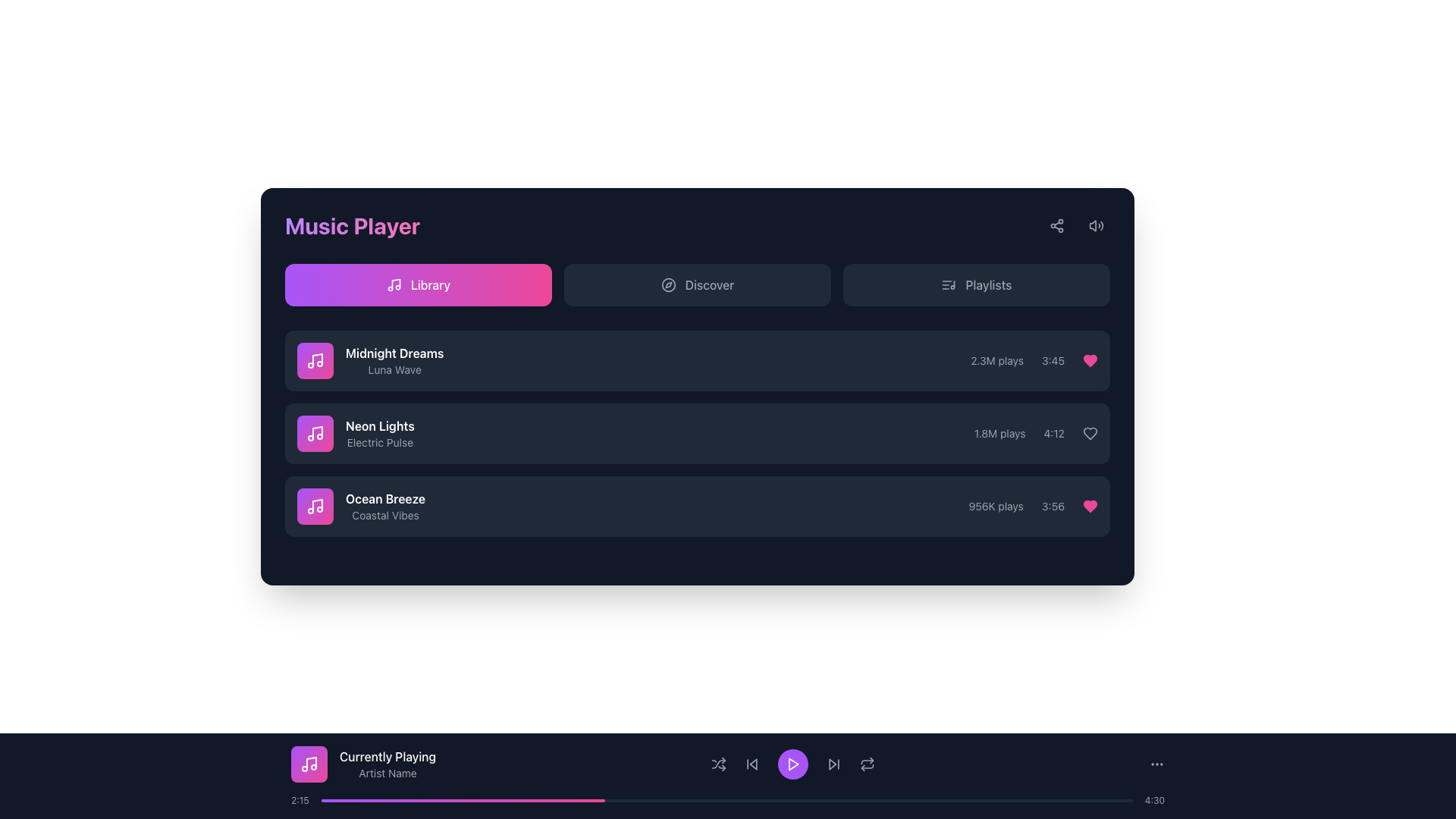 The image size is (1456, 819). I want to click on the musical note icon located in the 'Currently Playing' area of the music player interface, so click(311, 763).